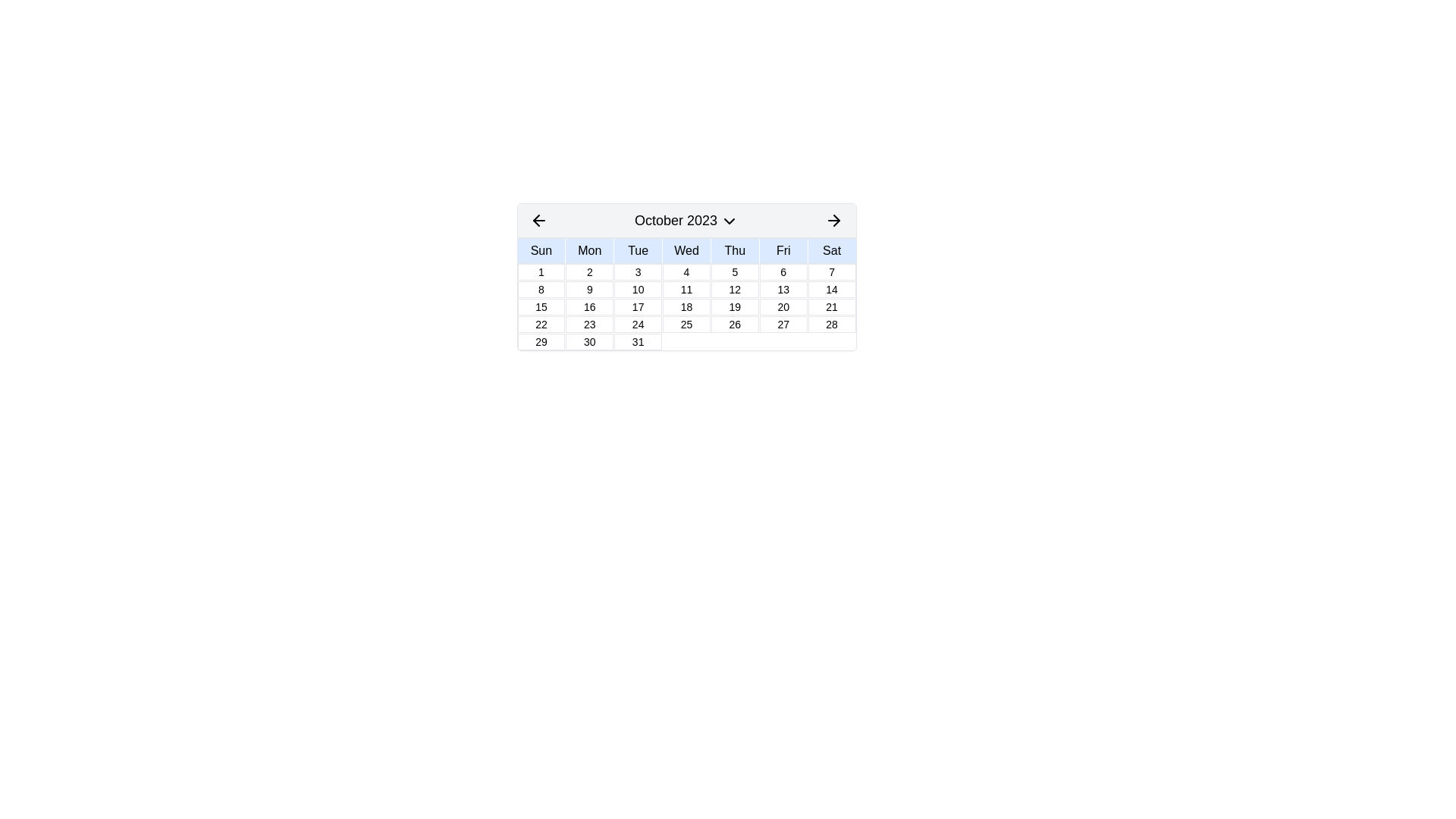 This screenshot has height=819, width=1456. Describe the element at coordinates (541, 342) in the screenshot. I see `the Calendar Day Cell representing the 29th day of the month` at that location.